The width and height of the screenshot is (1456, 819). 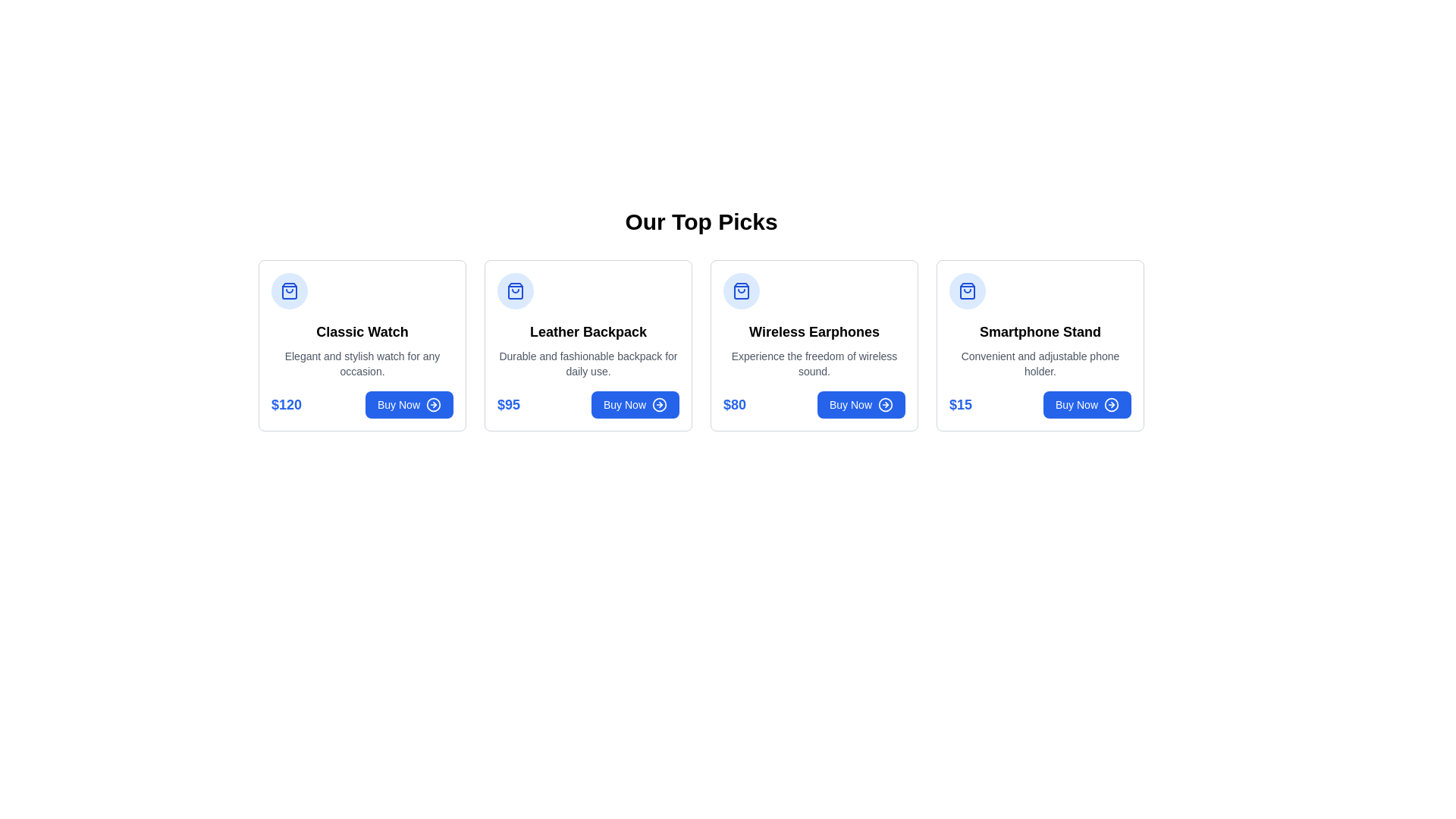 What do you see at coordinates (1040, 345) in the screenshot?
I see `the title or description of the 'Smartphone Stand' product card, which is the fourth card on the right in the product grid` at bounding box center [1040, 345].